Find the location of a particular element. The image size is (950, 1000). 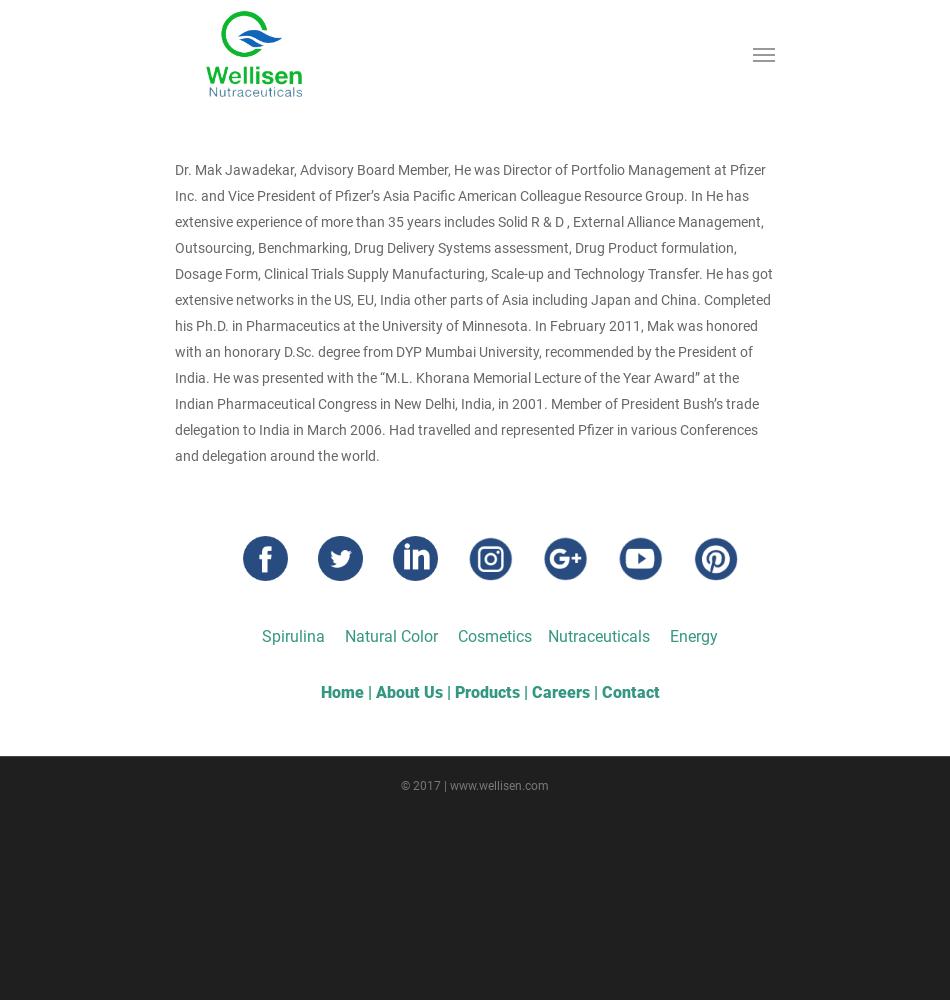

'Cosmetics' is located at coordinates (495, 636).